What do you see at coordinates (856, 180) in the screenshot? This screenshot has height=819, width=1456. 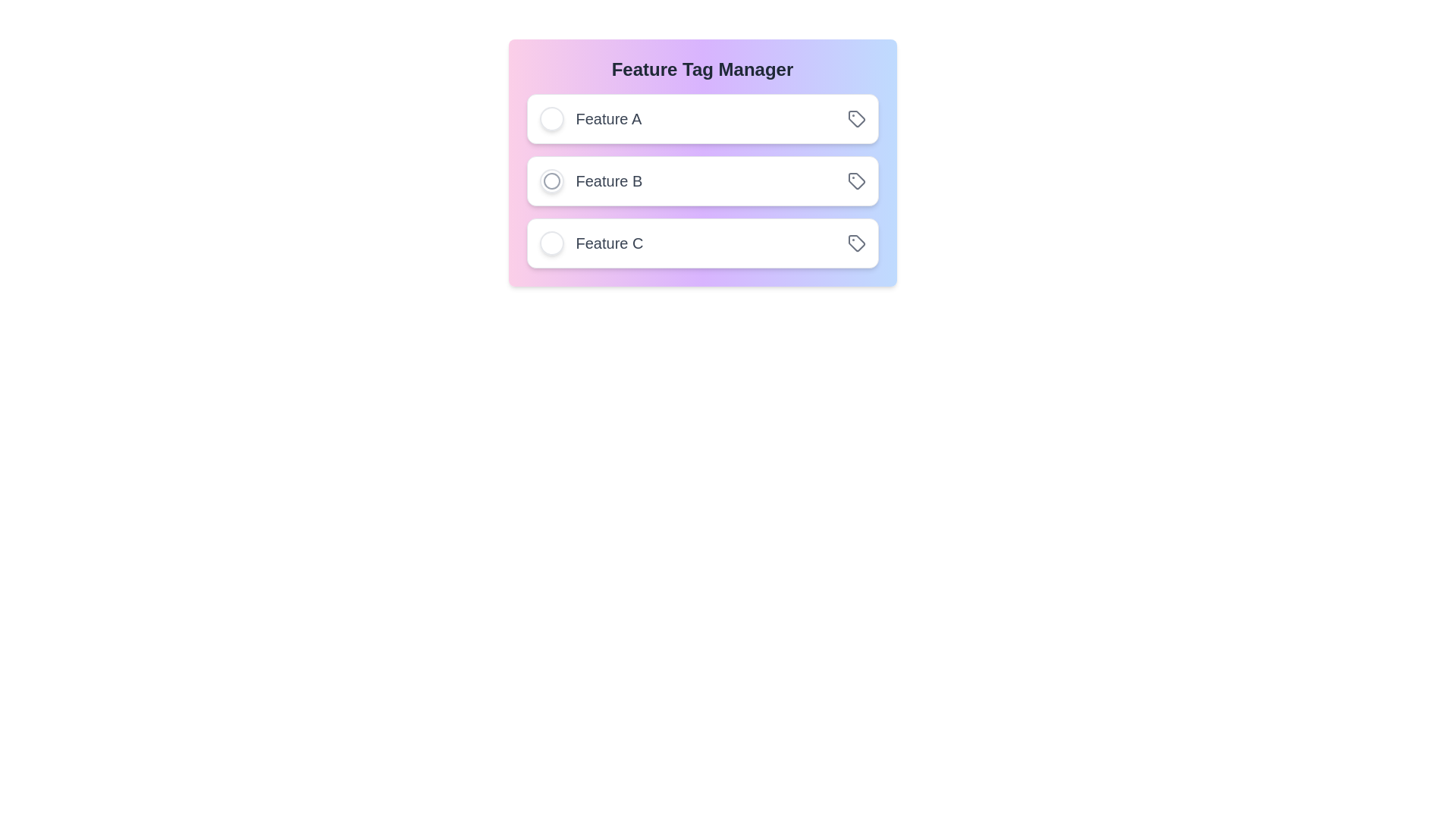 I see `the interactive label tag icon located to the right of 'Feature B' within the 'Feature Tag Manager' section` at bounding box center [856, 180].